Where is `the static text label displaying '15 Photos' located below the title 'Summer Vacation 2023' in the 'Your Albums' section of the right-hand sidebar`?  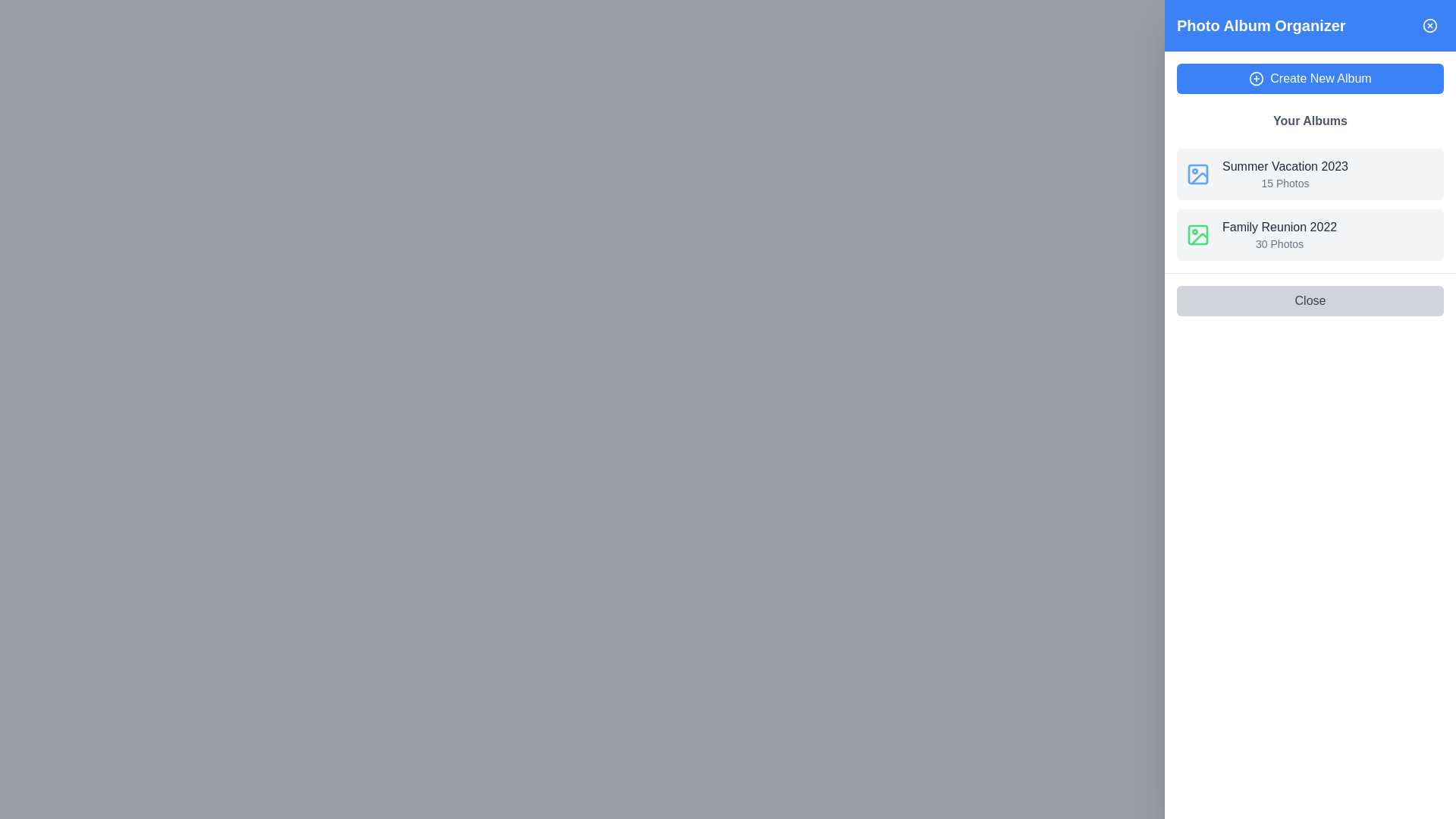 the static text label displaying '15 Photos' located below the title 'Summer Vacation 2023' in the 'Your Albums' section of the right-hand sidebar is located at coordinates (1284, 183).